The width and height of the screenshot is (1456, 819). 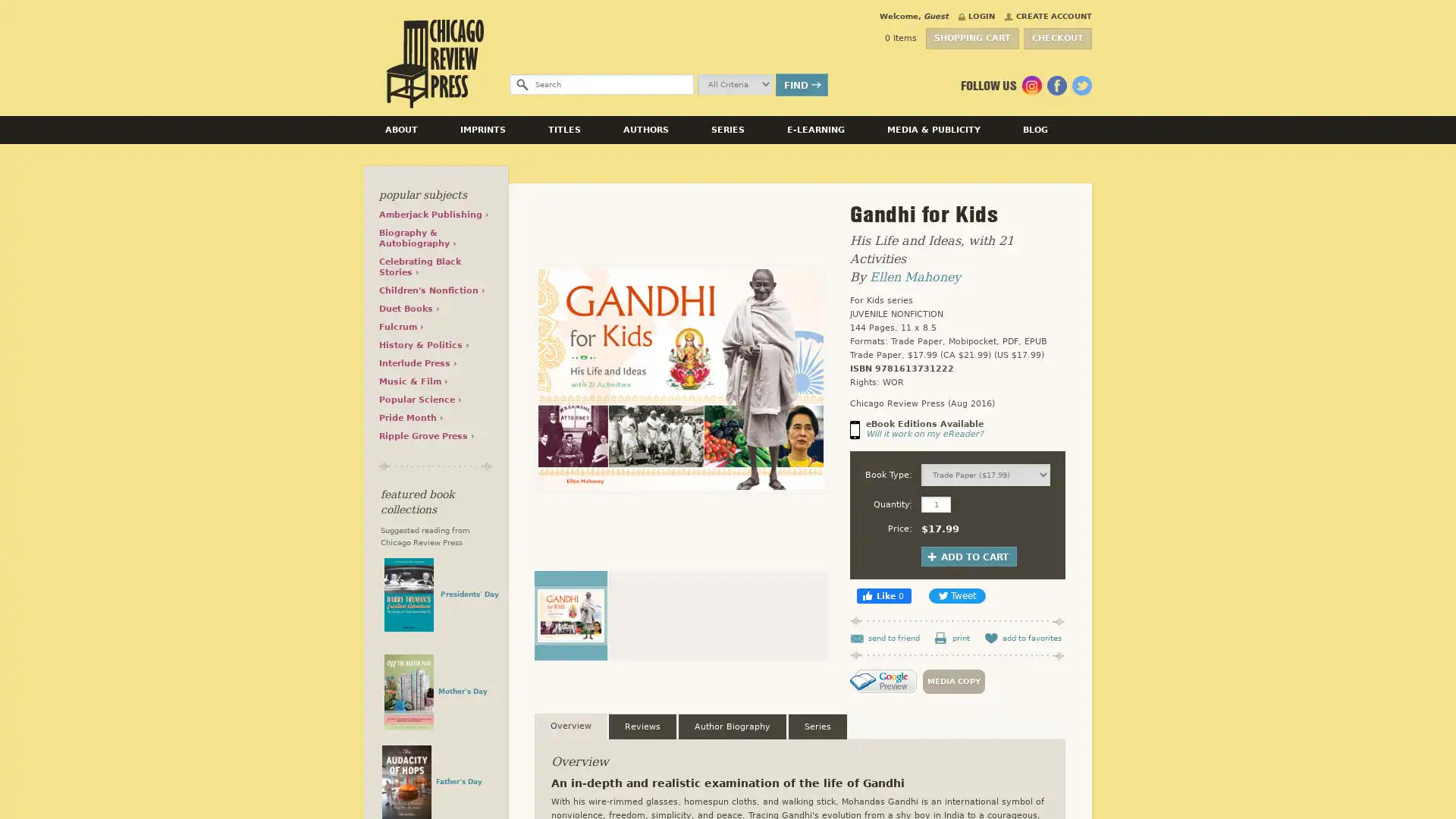 What do you see at coordinates (801, 84) in the screenshot?
I see `FIND` at bounding box center [801, 84].